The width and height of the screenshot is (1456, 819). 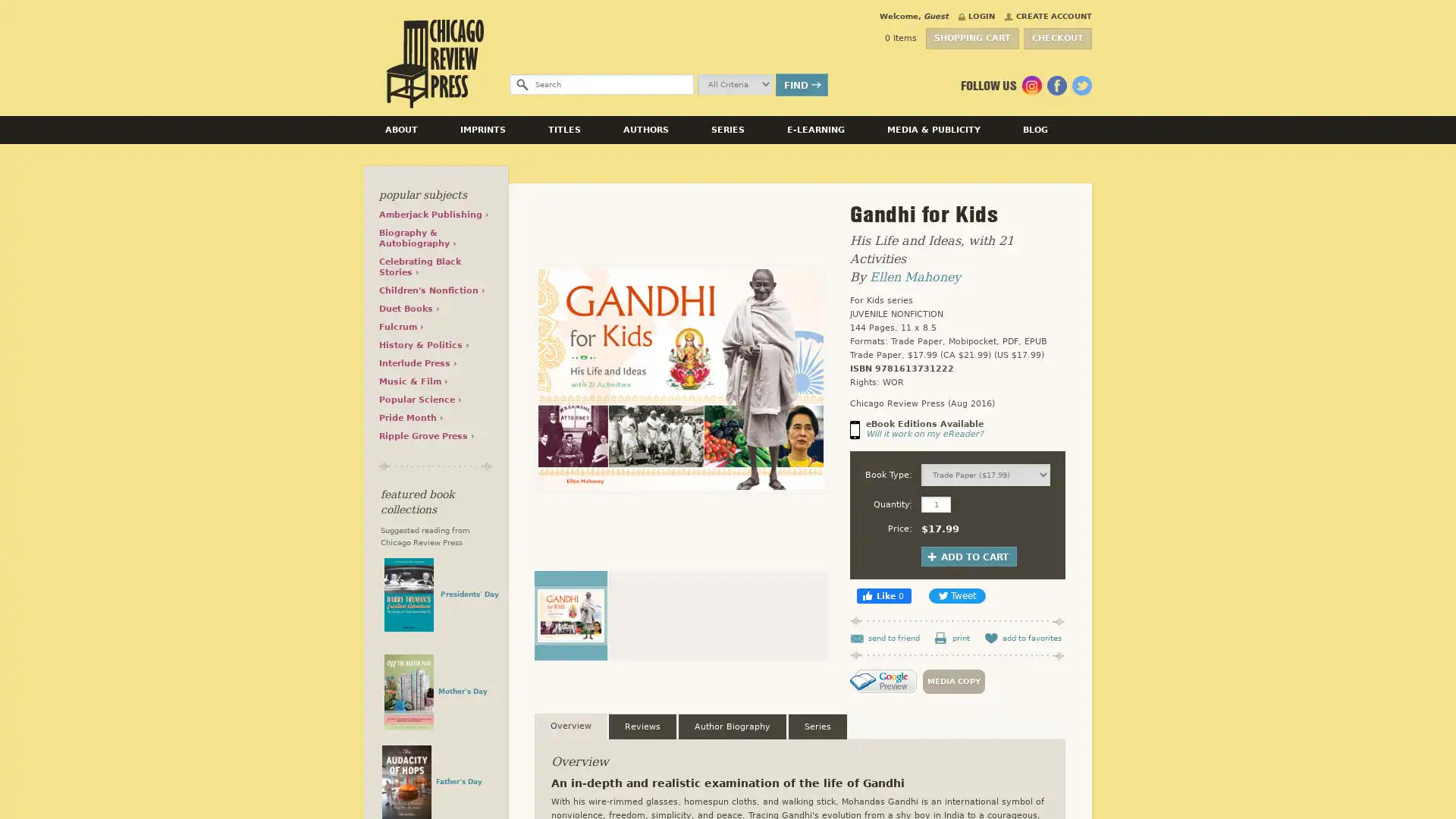 What do you see at coordinates (801, 84) in the screenshot?
I see `FIND` at bounding box center [801, 84].